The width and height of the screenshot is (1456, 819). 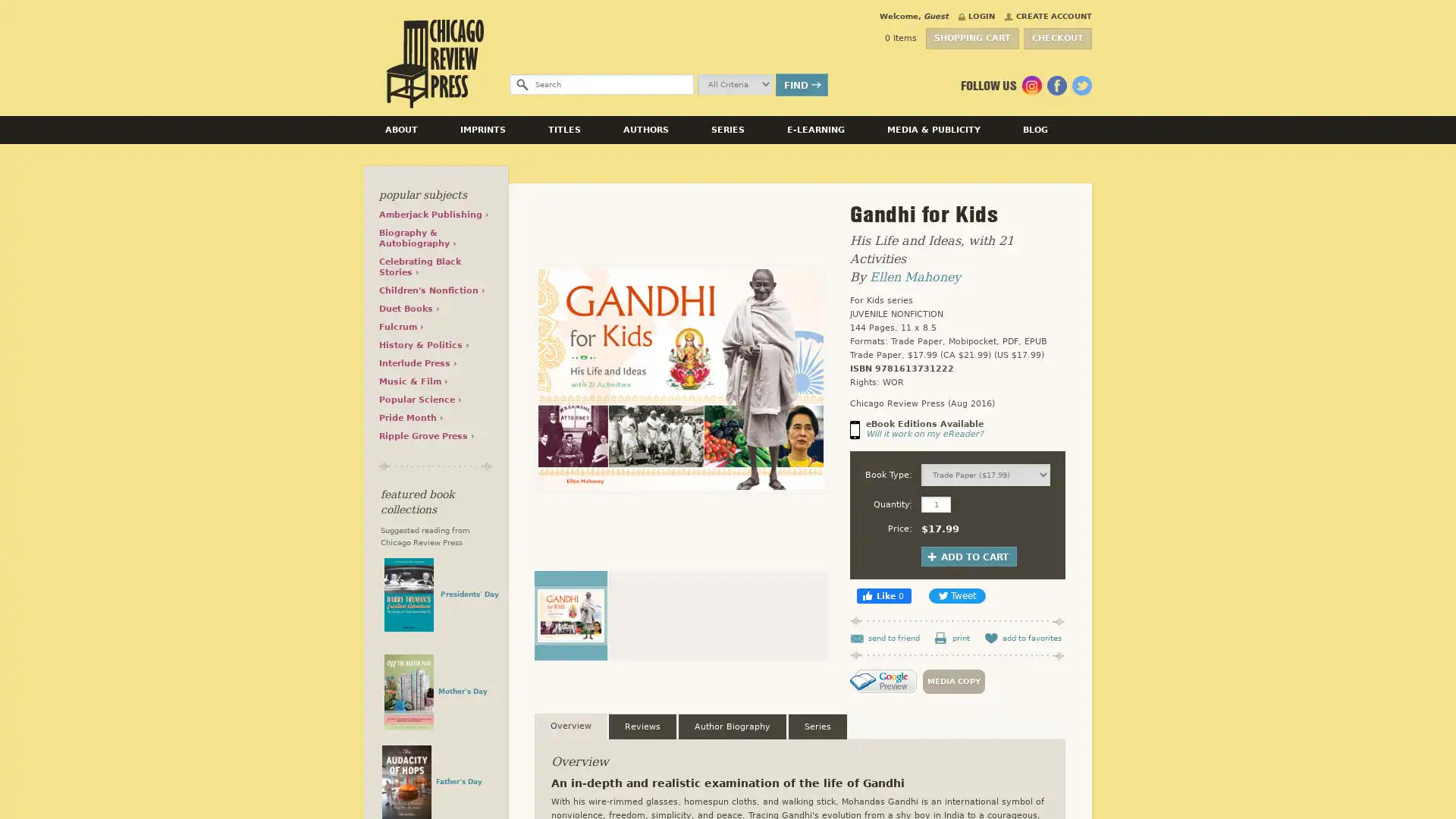 What do you see at coordinates (801, 84) in the screenshot?
I see `FIND` at bounding box center [801, 84].